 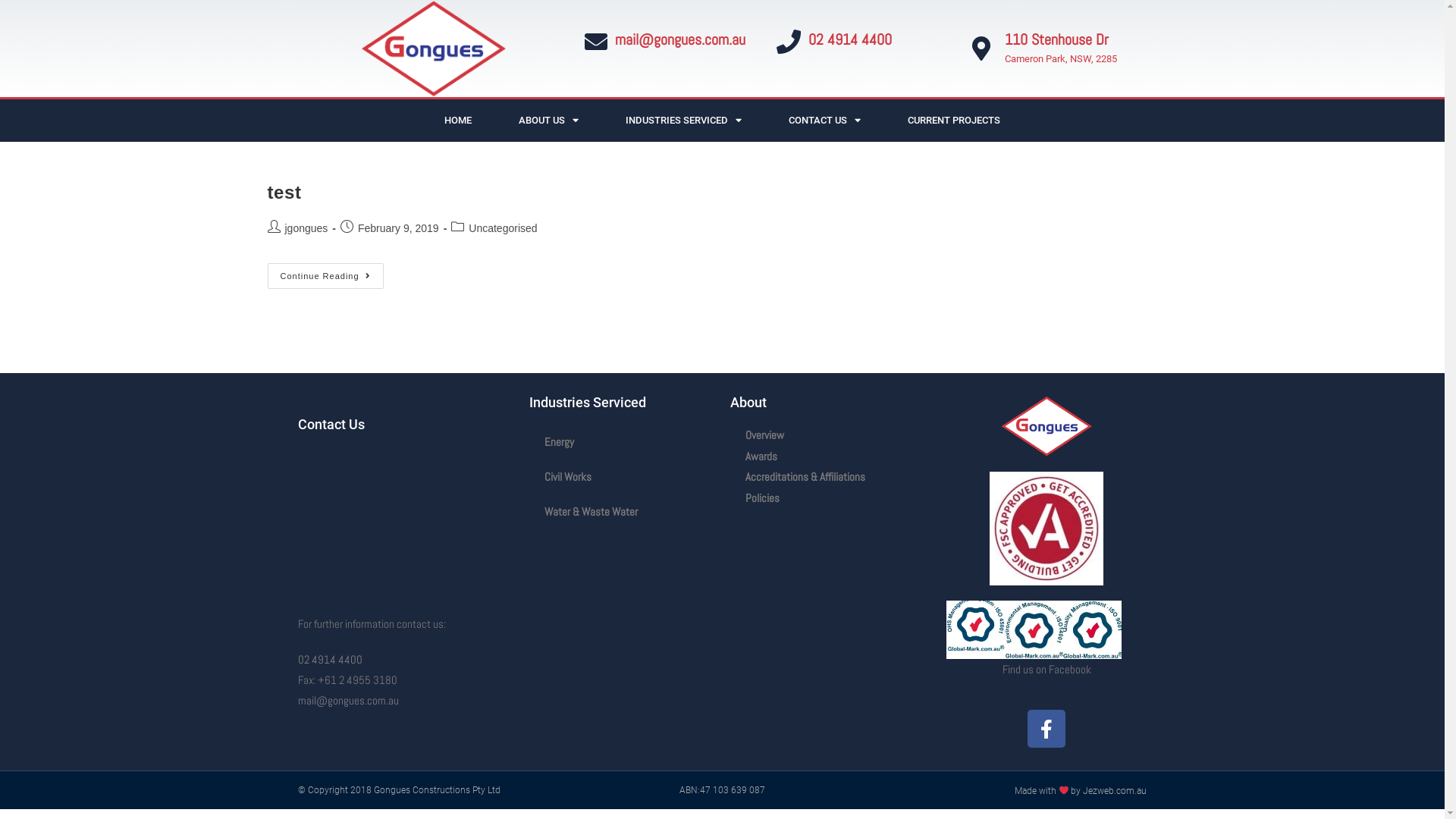 What do you see at coordinates (548, 119) in the screenshot?
I see `'ABOUT US'` at bounding box center [548, 119].